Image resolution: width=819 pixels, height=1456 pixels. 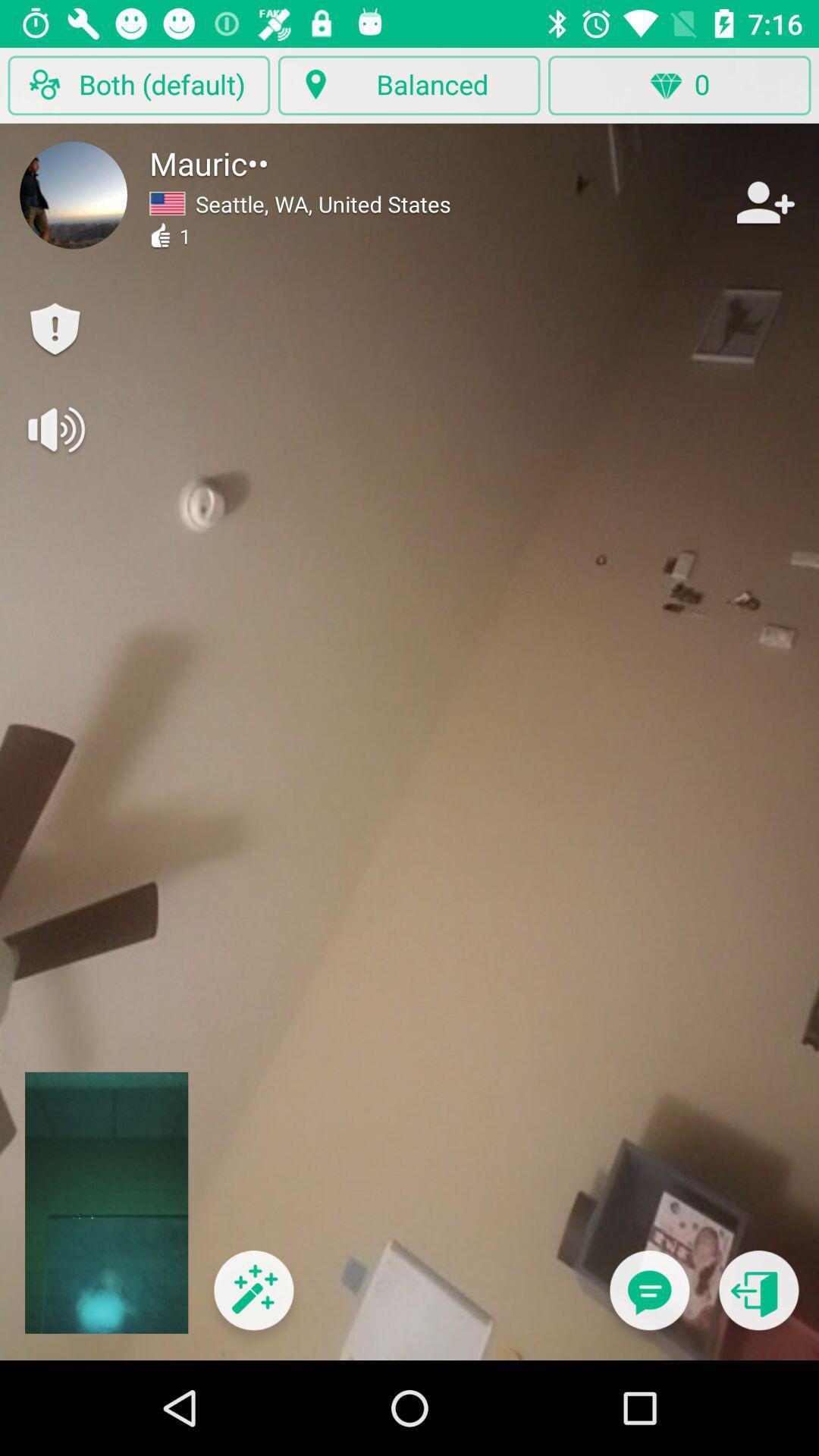 I want to click on volume, so click(x=54, y=428).